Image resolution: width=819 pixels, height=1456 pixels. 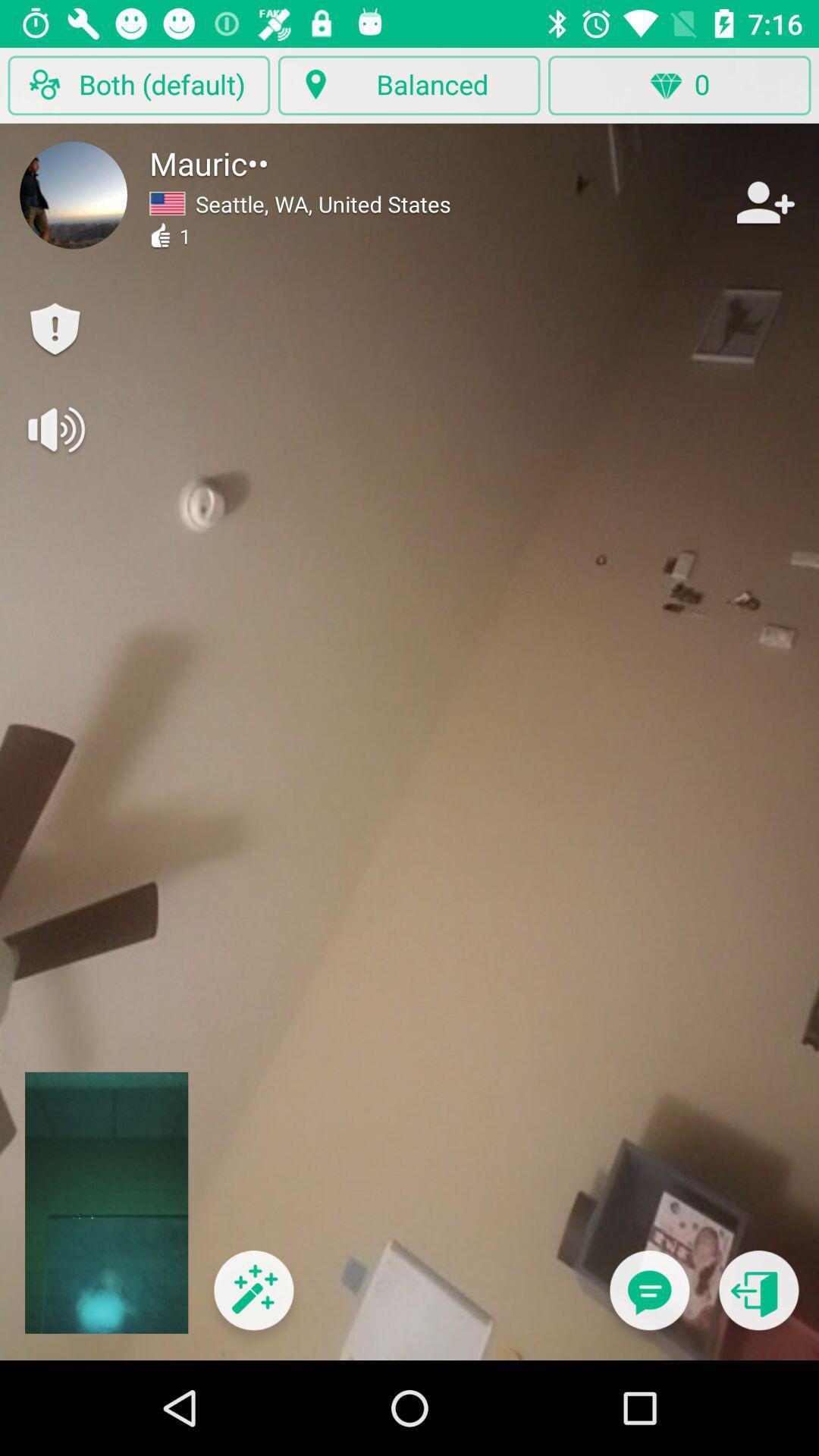 I want to click on volume, so click(x=54, y=428).